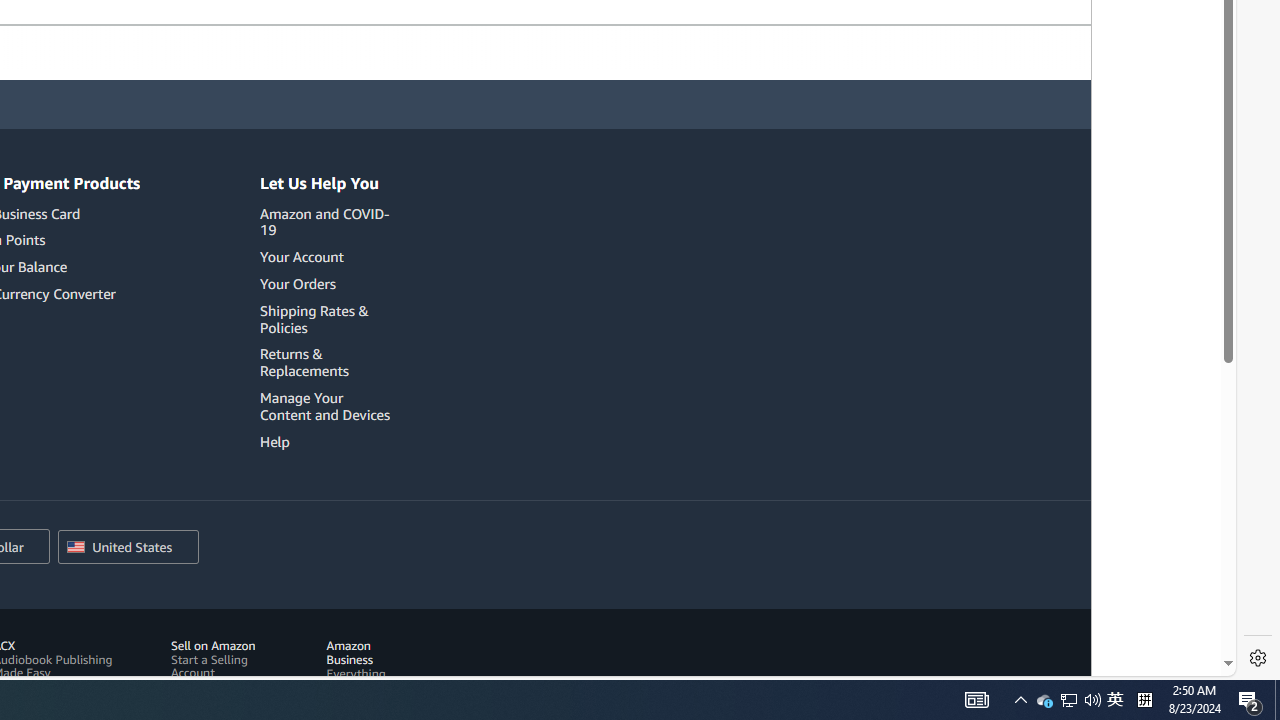 The width and height of the screenshot is (1280, 720). I want to click on 'Your Orders', so click(296, 283).